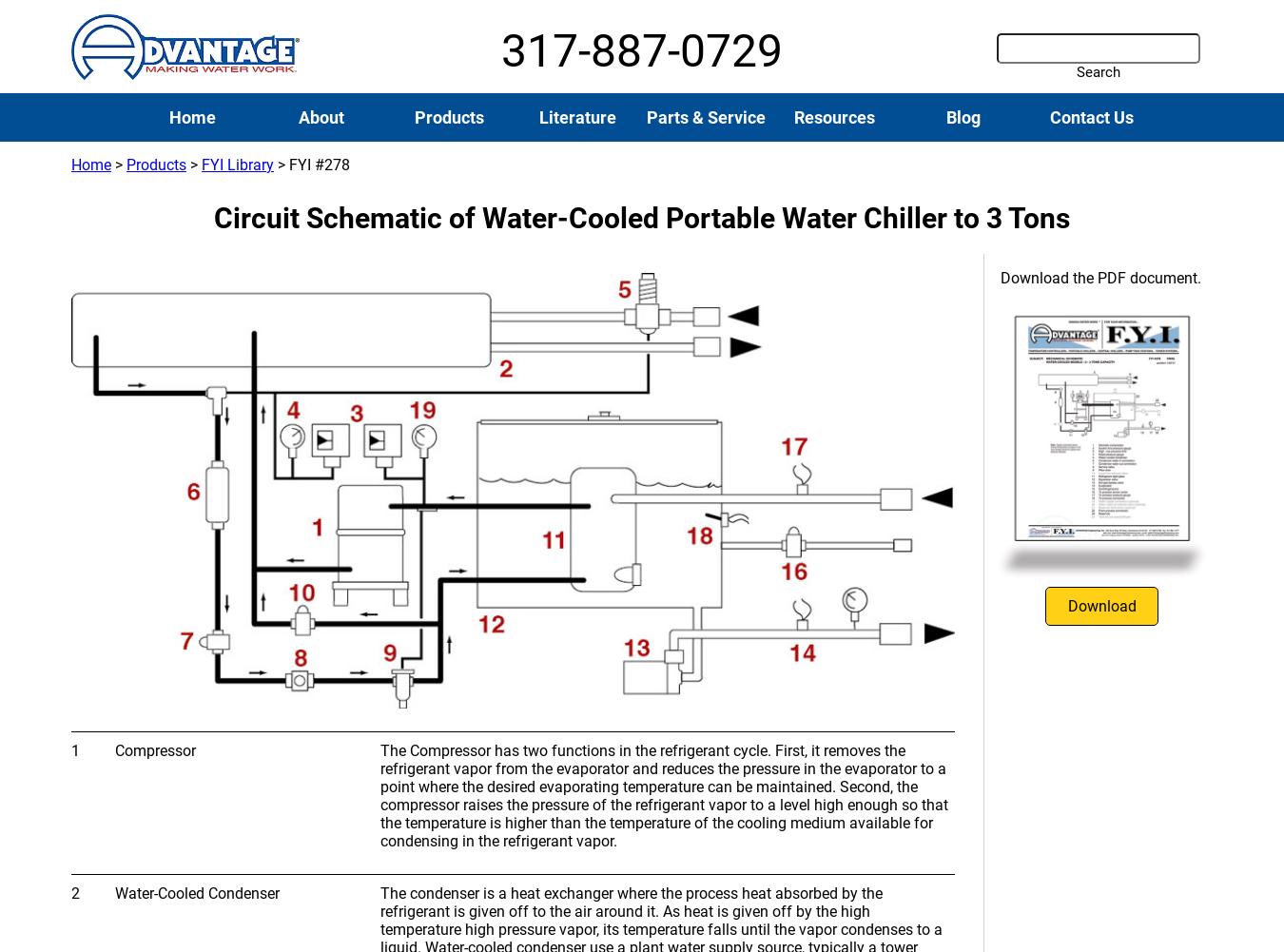  I want to click on 'About', so click(319, 116).